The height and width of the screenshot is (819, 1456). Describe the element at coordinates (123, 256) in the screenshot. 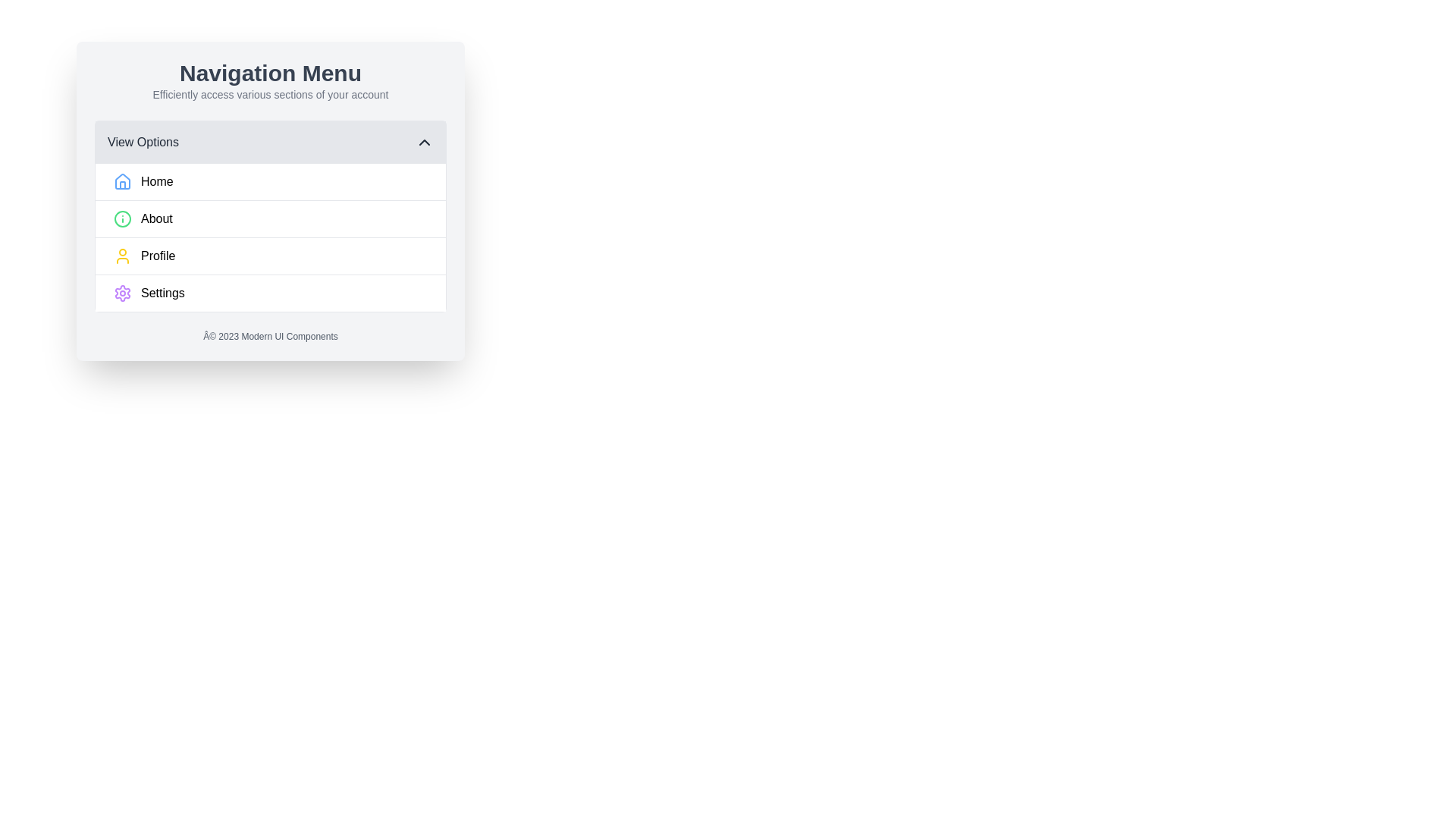

I see `the 'Profile' icon located in the navigation menu, which serves as a graphical cue for the 'Profile' section` at that location.